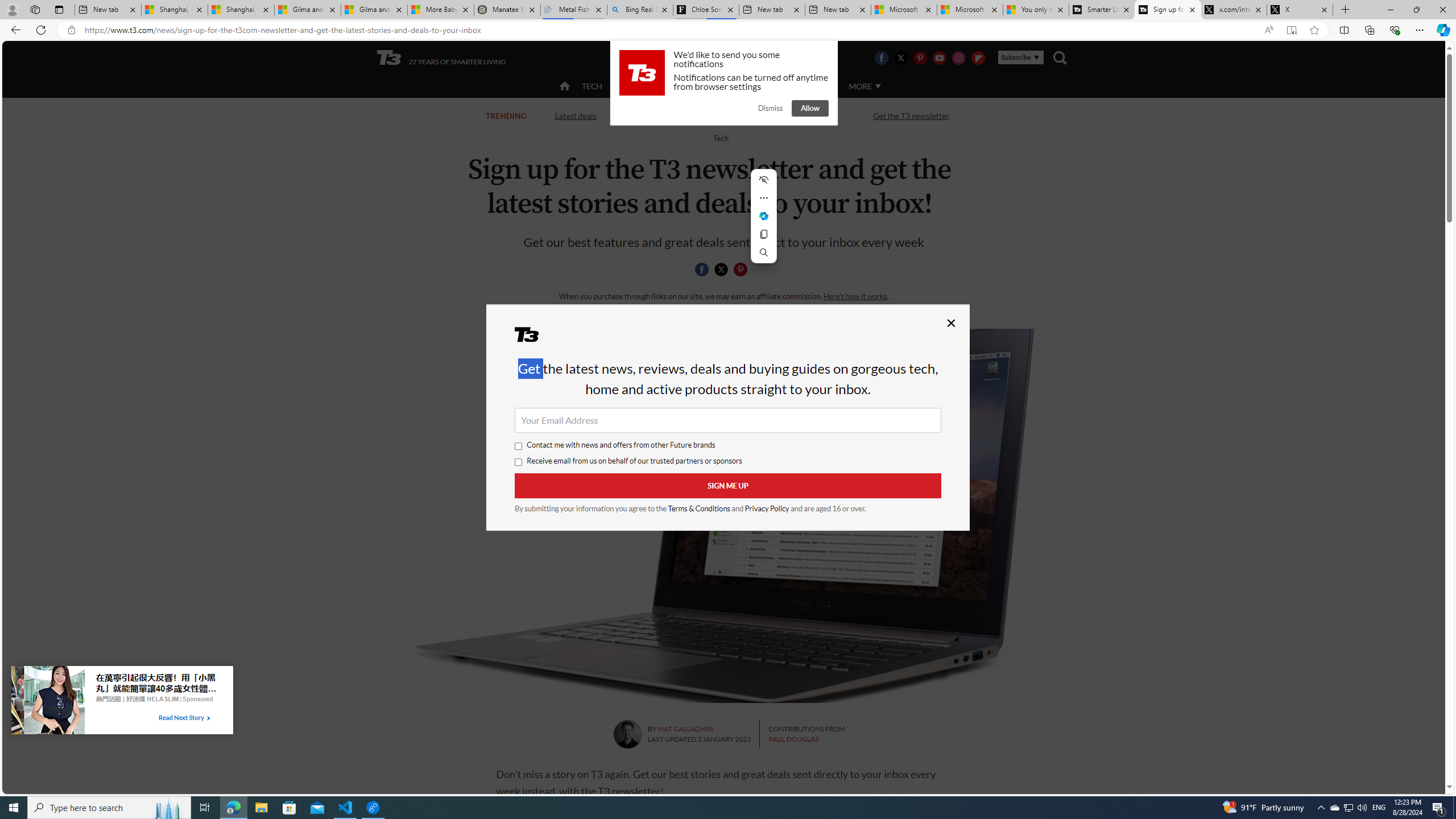  Describe the element at coordinates (1059, 57) in the screenshot. I see `'Class: navigation__search'` at that location.